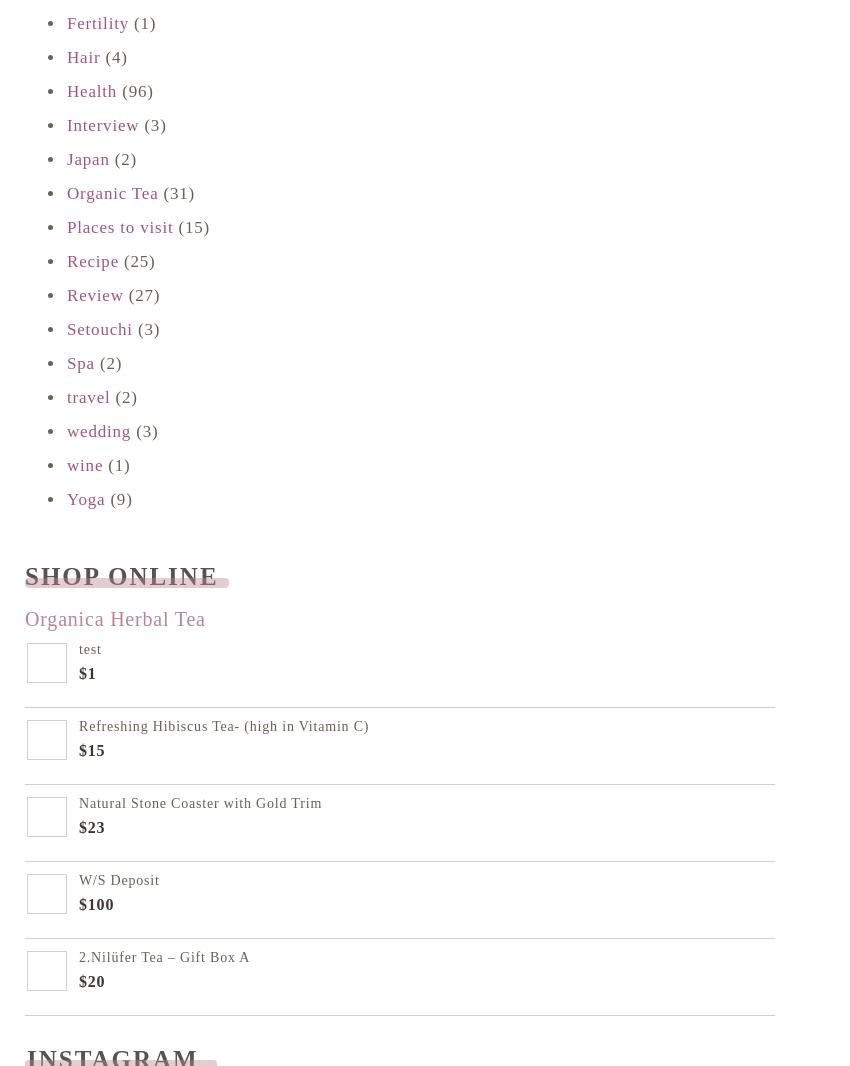  Describe the element at coordinates (87, 397) in the screenshot. I see `'travel'` at that location.